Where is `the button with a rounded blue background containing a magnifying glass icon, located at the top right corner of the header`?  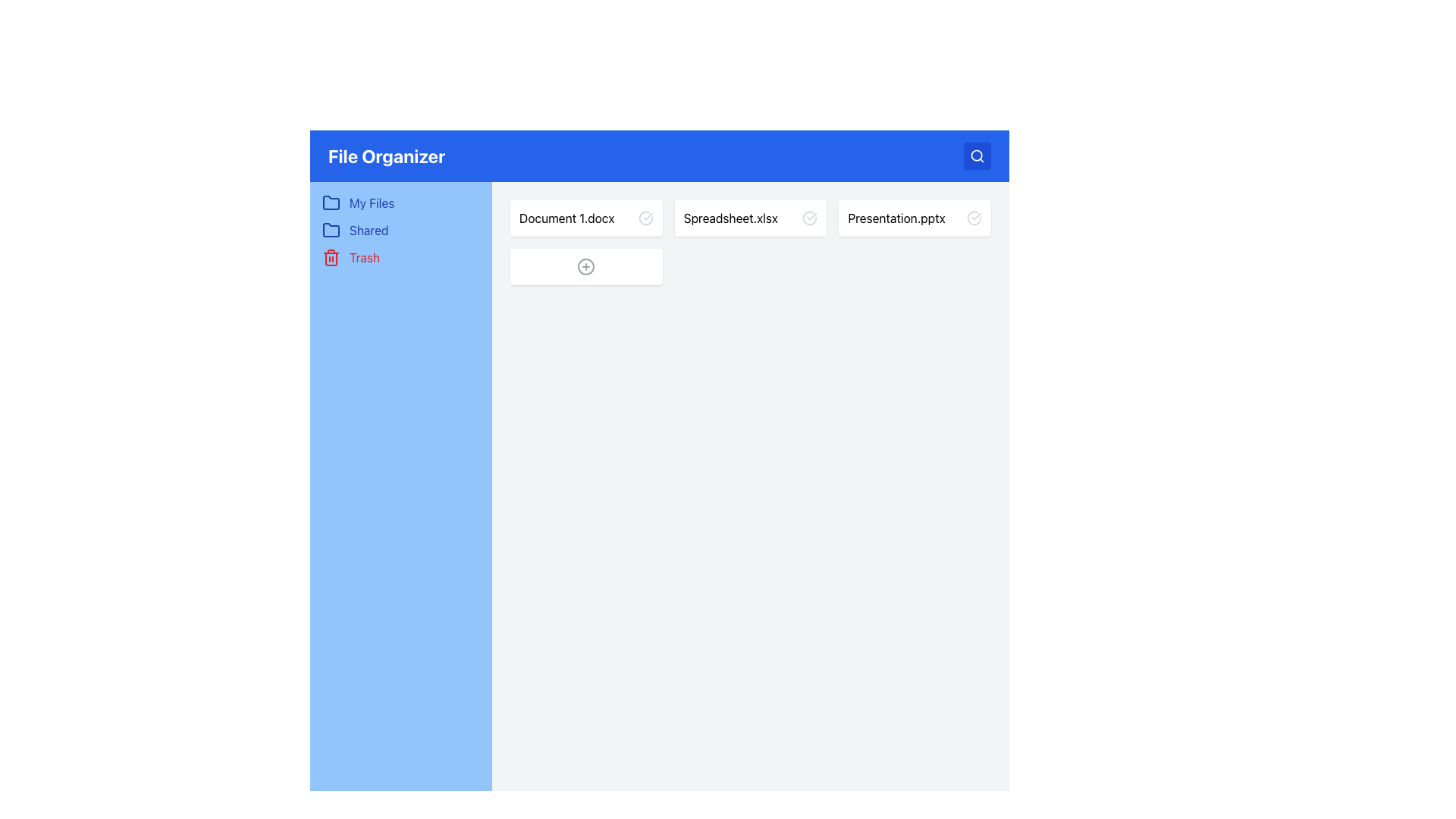 the button with a rounded blue background containing a magnifying glass icon, located at the top right corner of the header is located at coordinates (977, 155).